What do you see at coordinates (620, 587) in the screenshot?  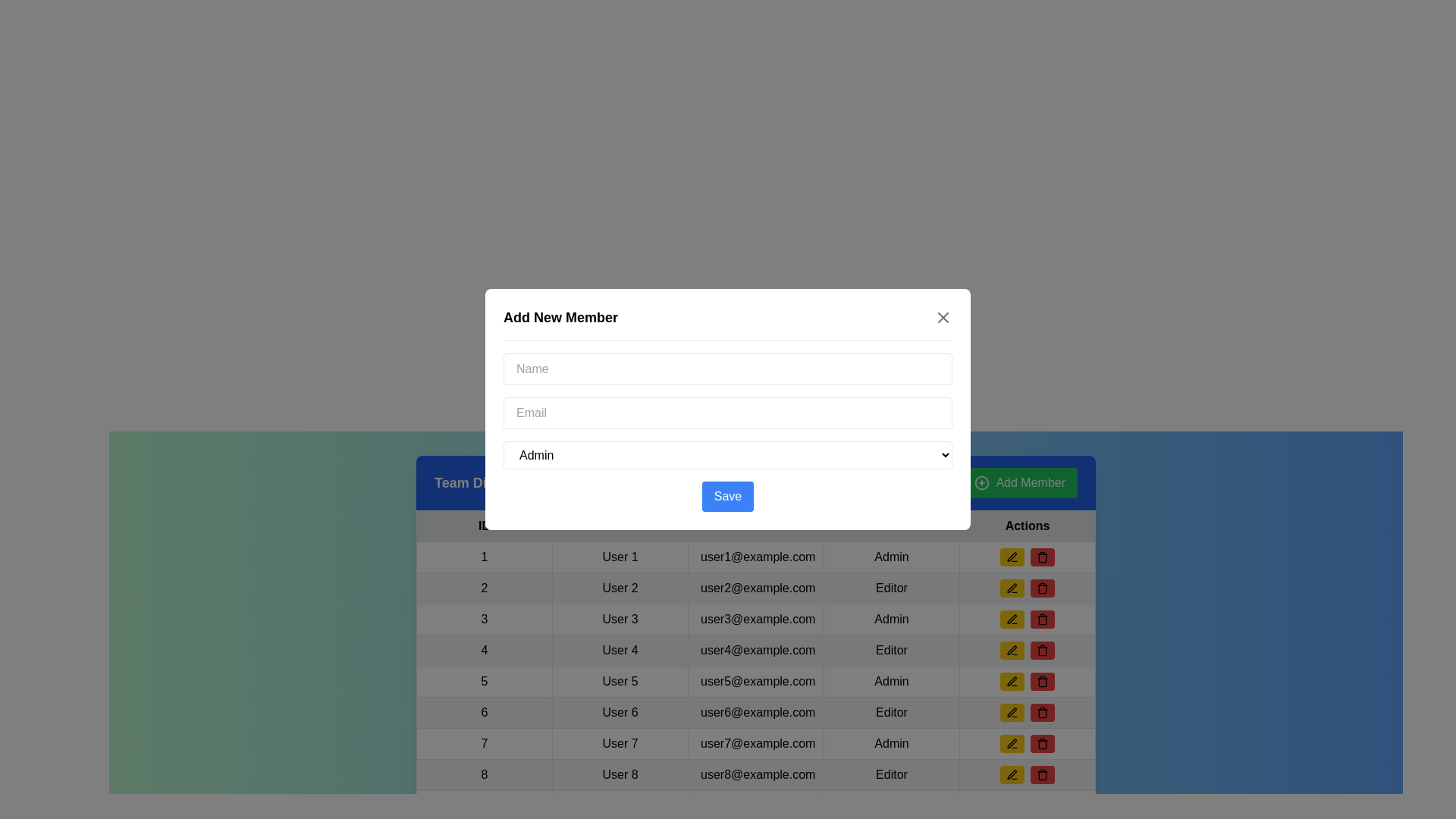 I see `the static text element displaying 'User 2', which is located in the second cell of the second row under the 'Team Details' header in the table` at bounding box center [620, 587].